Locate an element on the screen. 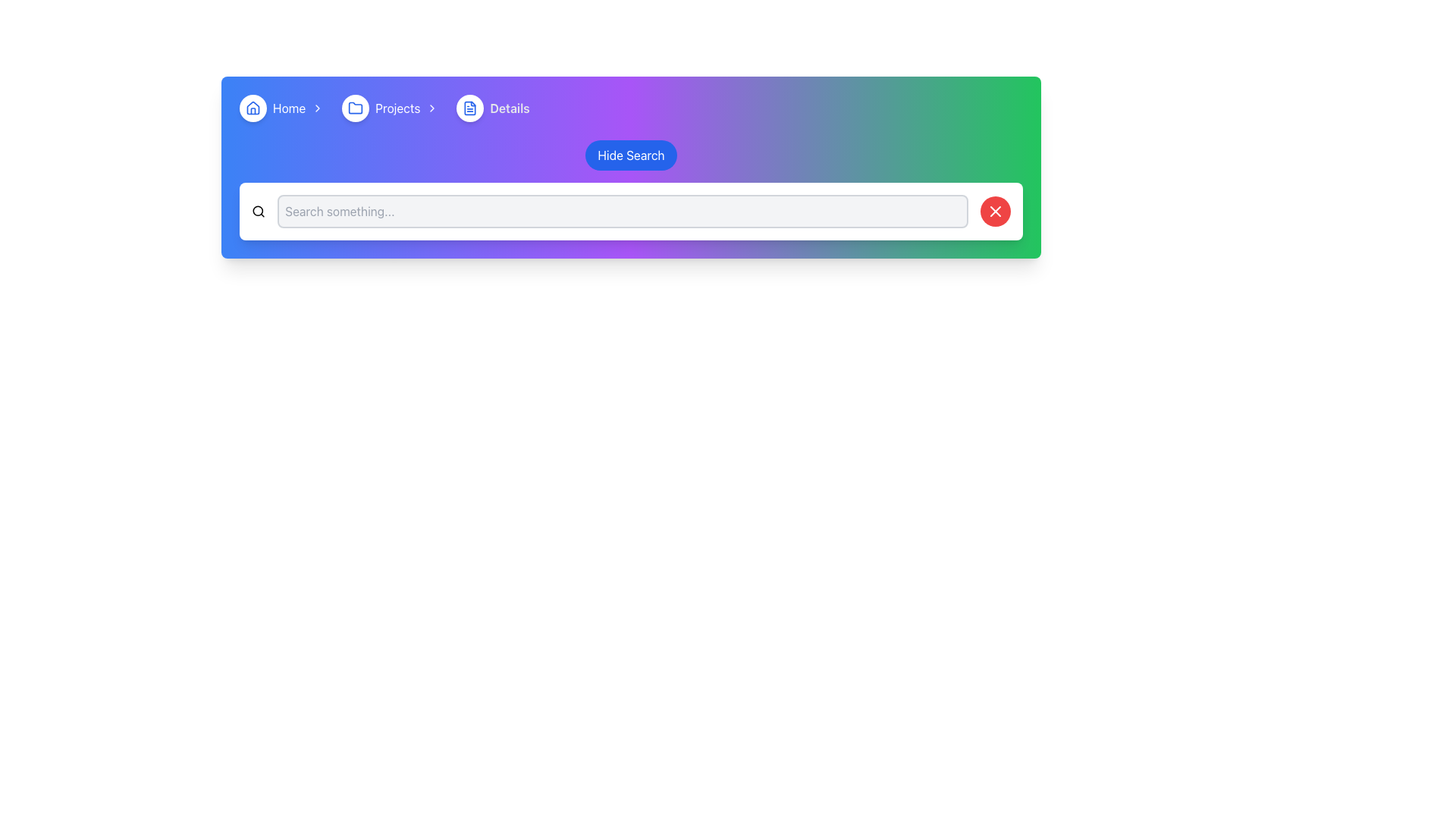 This screenshot has height=819, width=1456. the second Breadcrumb Navigation Item labeled 'Projects' is located at coordinates (393, 107).